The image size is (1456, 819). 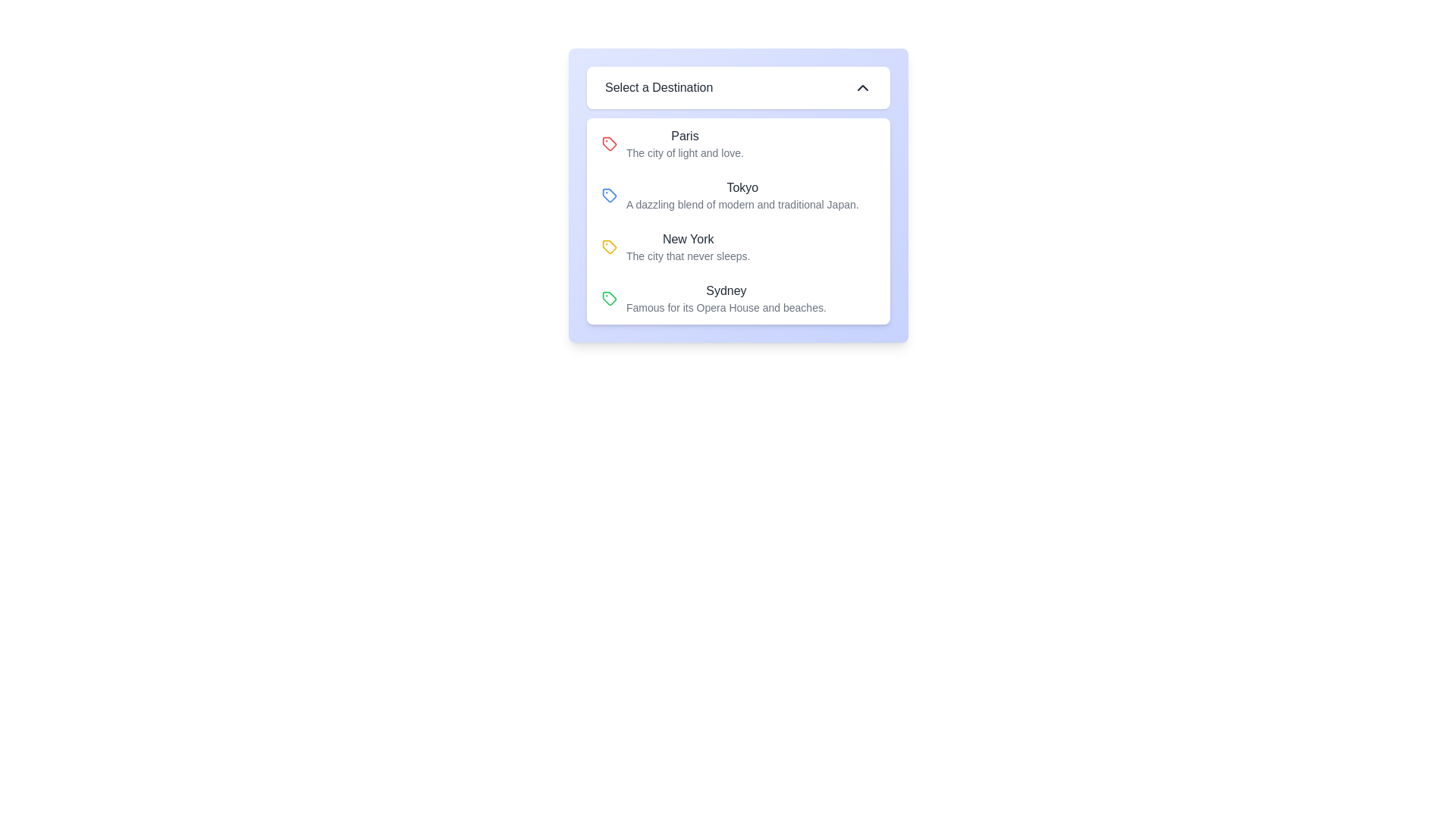 I want to click on the 'Tokyo' icon, which represents the Tokyo element in the list, located next to the text 'Tokyo', so click(x=610, y=195).